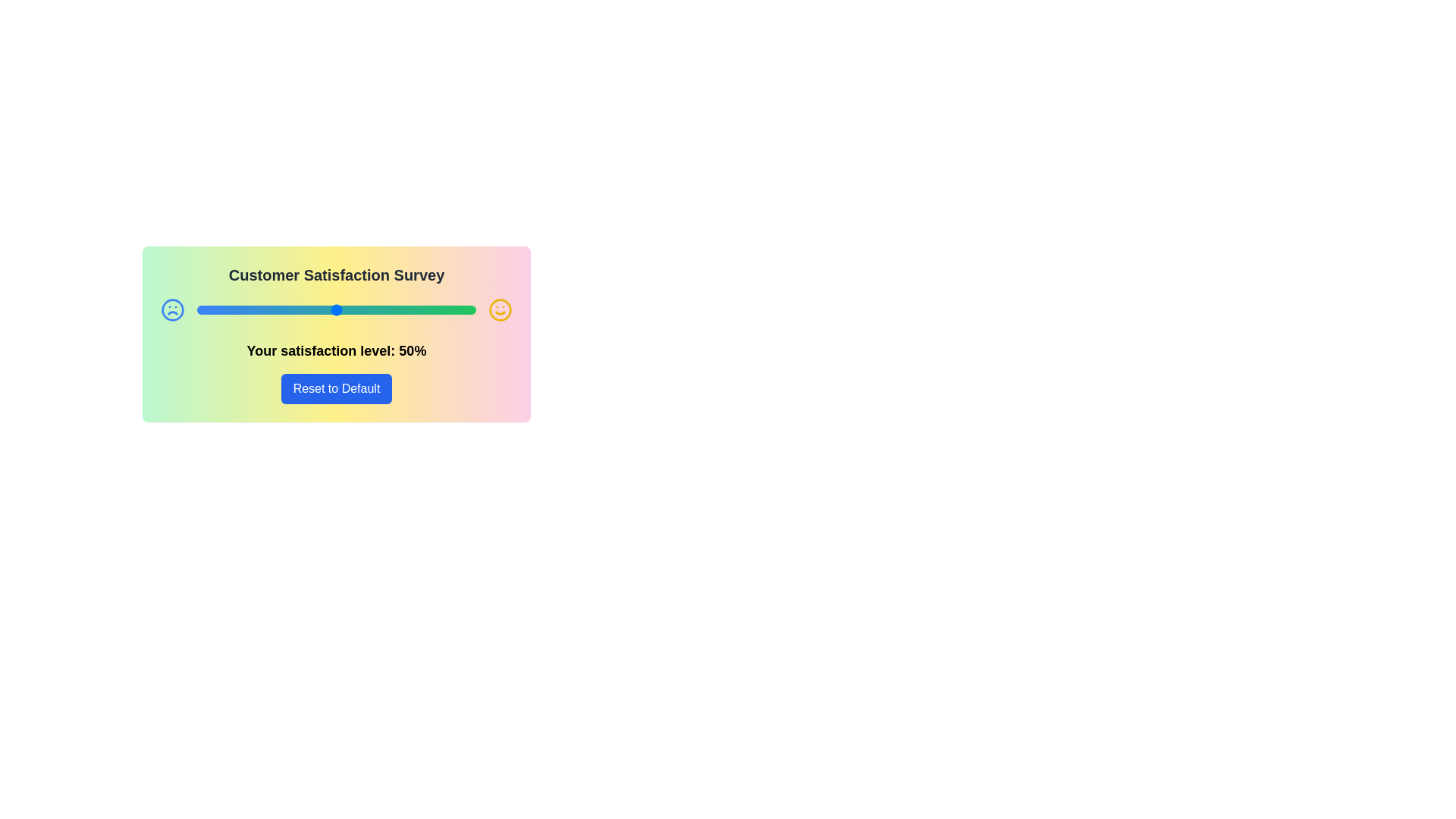 This screenshot has height=819, width=1456. Describe the element at coordinates (256, 309) in the screenshot. I see `the satisfaction slider to set the satisfaction level to 21` at that location.